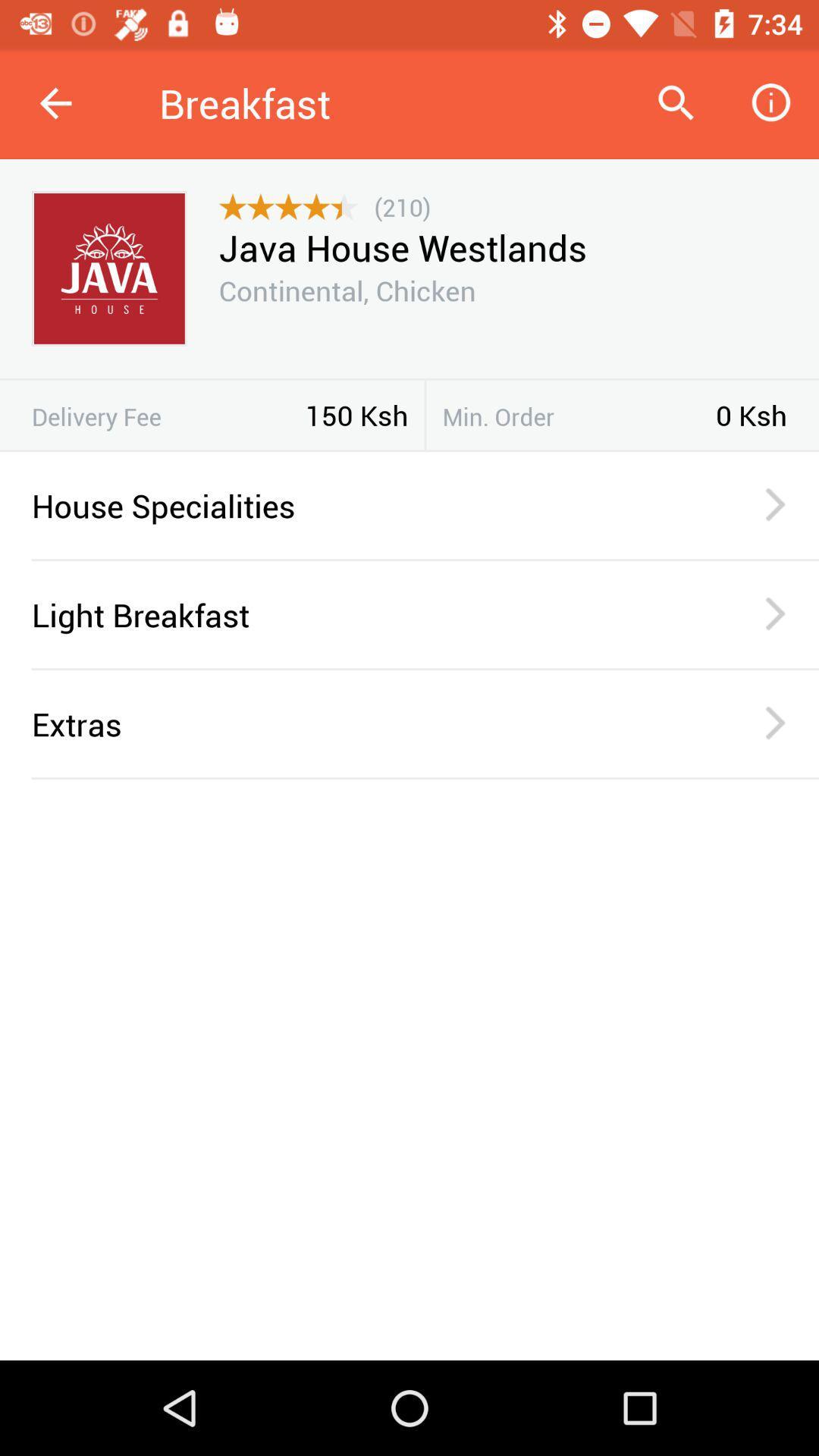 The height and width of the screenshot is (1456, 819). What do you see at coordinates (366, 614) in the screenshot?
I see `the light breakfast icon` at bounding box center [366, 614].